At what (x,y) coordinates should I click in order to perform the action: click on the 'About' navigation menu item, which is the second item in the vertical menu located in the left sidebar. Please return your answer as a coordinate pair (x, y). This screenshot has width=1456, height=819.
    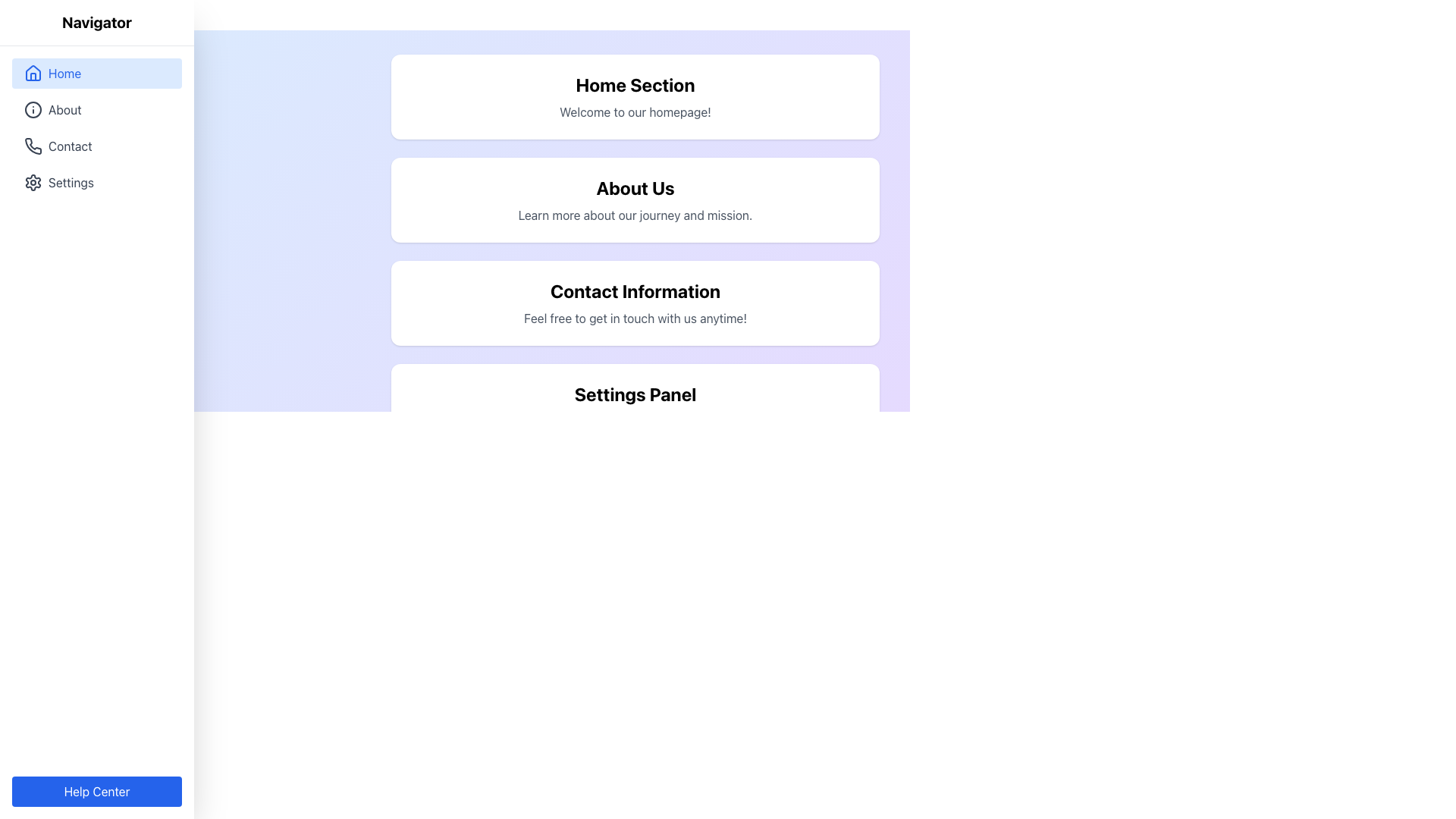
    Looking at the image, I should click on (96, 109).